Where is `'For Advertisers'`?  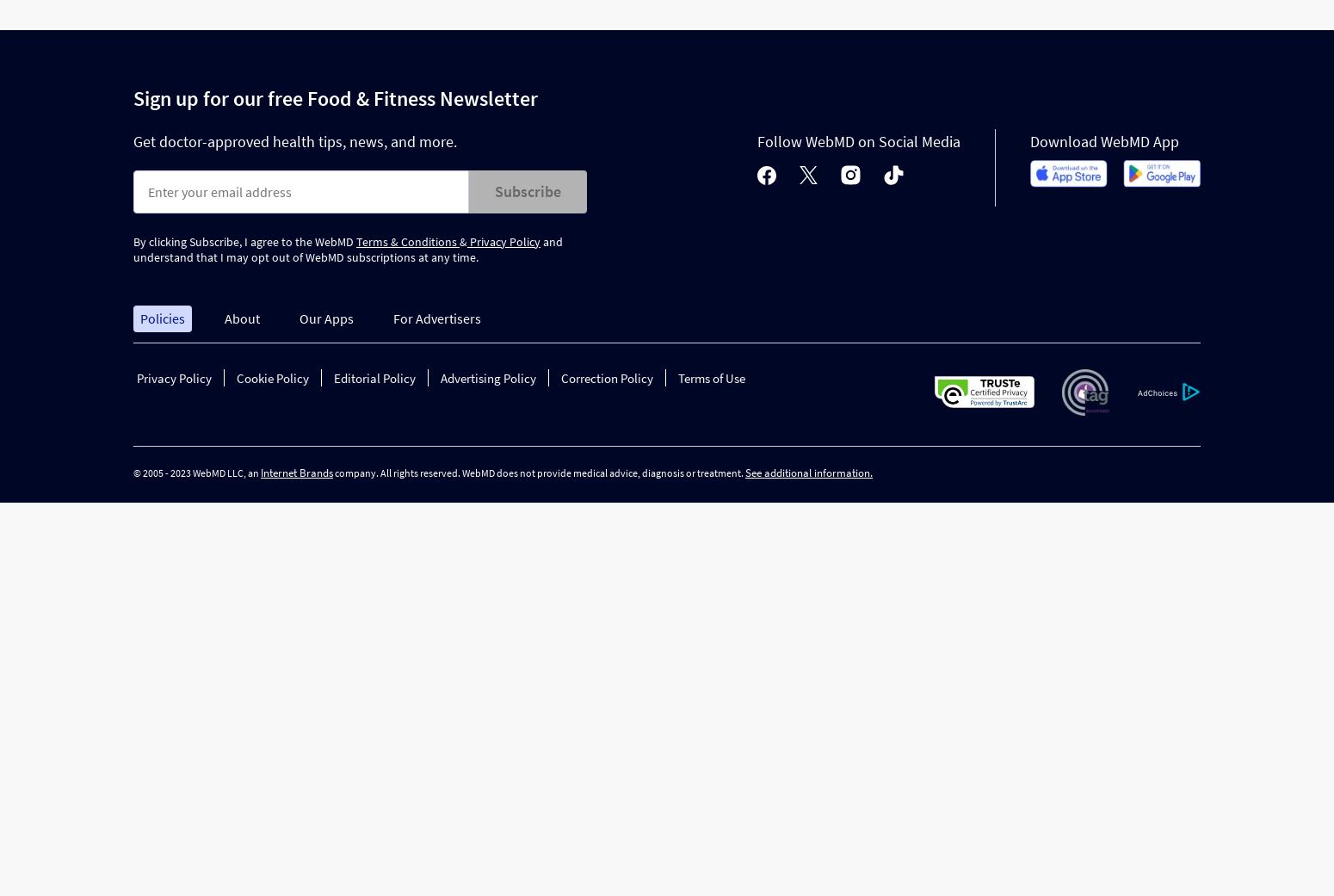 'For Advertisers' is located at coordinates (435, 318).